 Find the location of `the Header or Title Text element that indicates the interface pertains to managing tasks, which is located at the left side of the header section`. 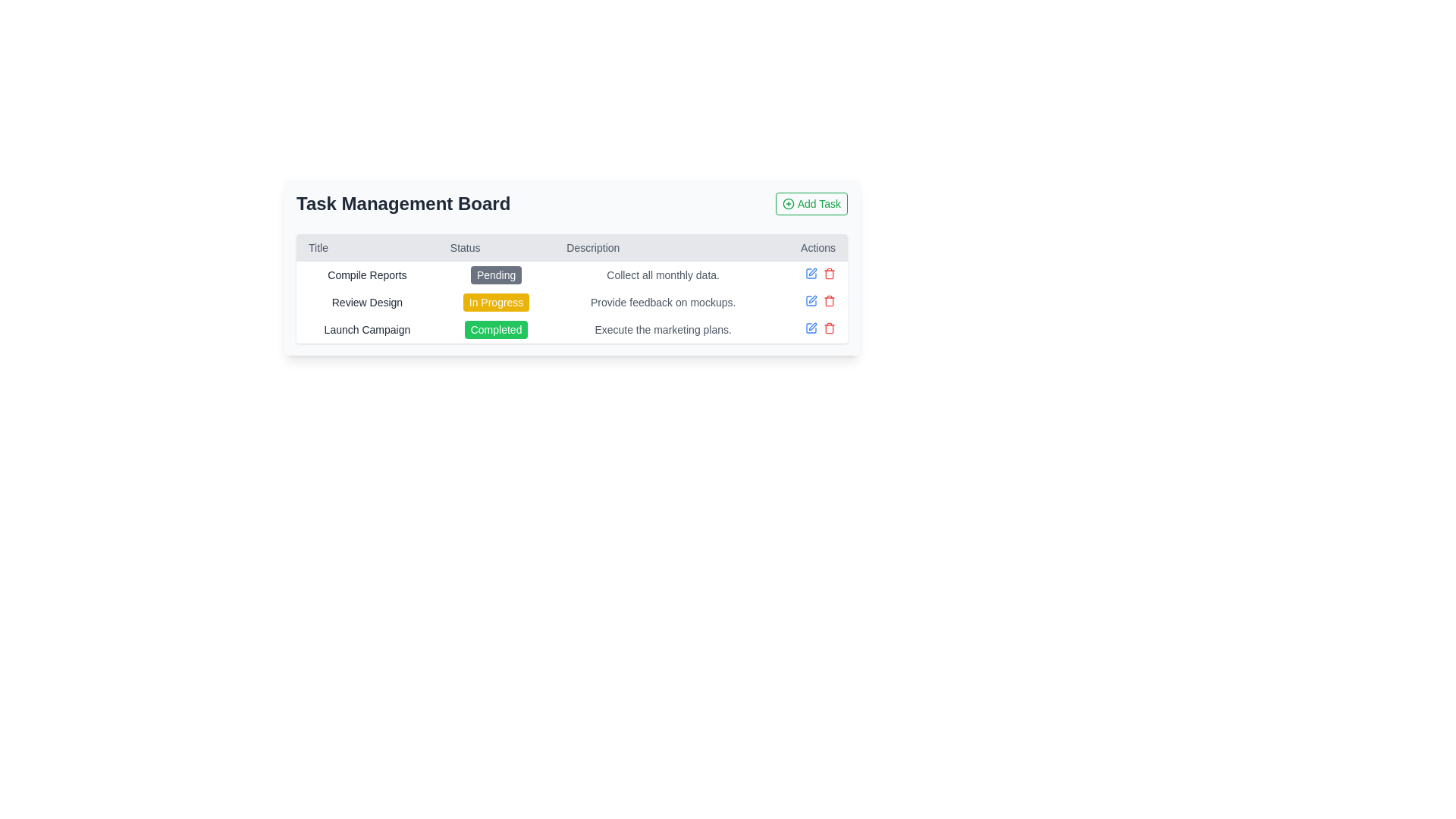

the Header or Title Text element that indicates the interface pertains to managing tasks, which is located at the left side of the header section is located at coordinates (403, 203).